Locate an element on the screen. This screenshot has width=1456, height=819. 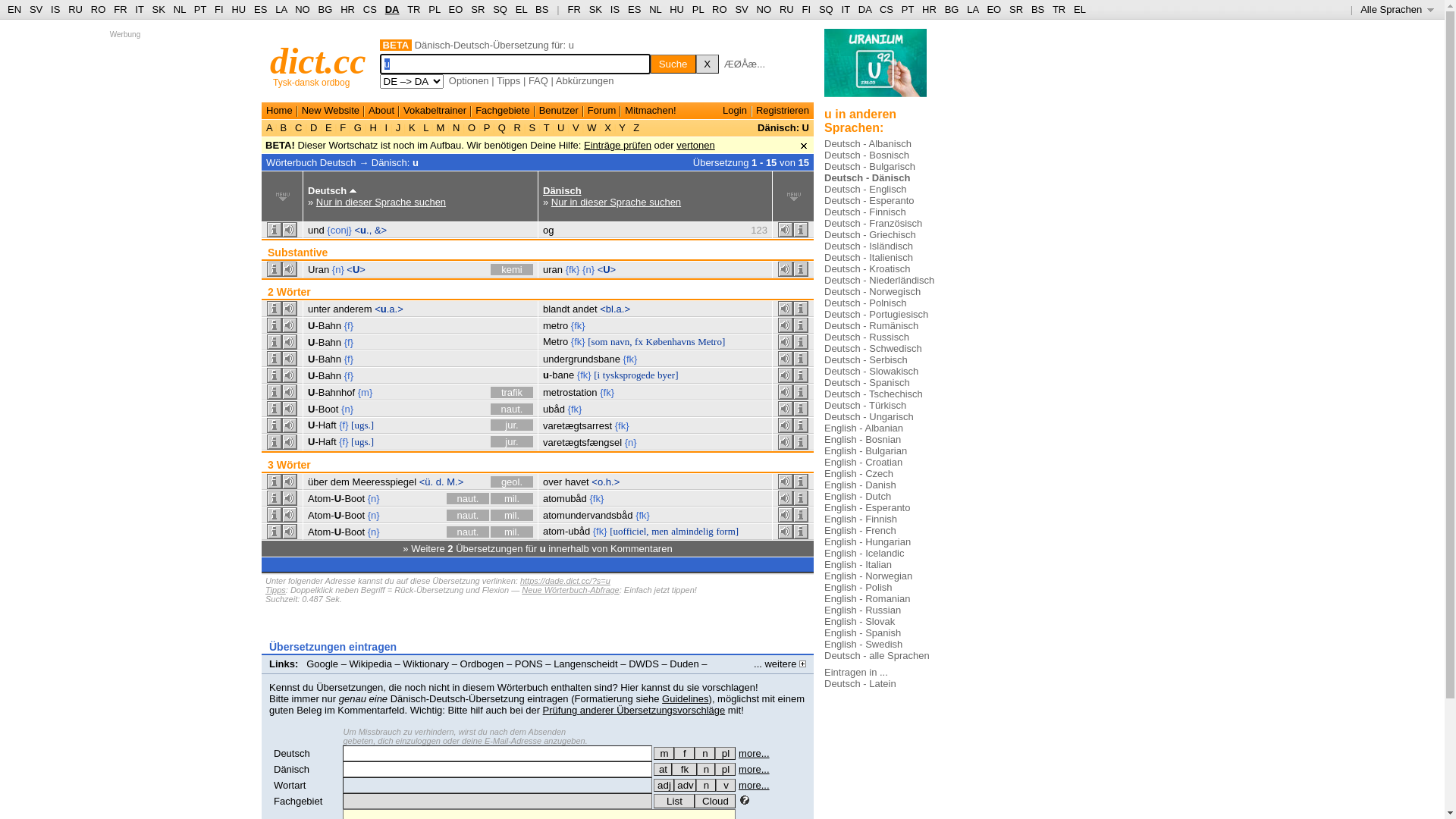
'English - Dutch' is located at coordinates (823, 496).